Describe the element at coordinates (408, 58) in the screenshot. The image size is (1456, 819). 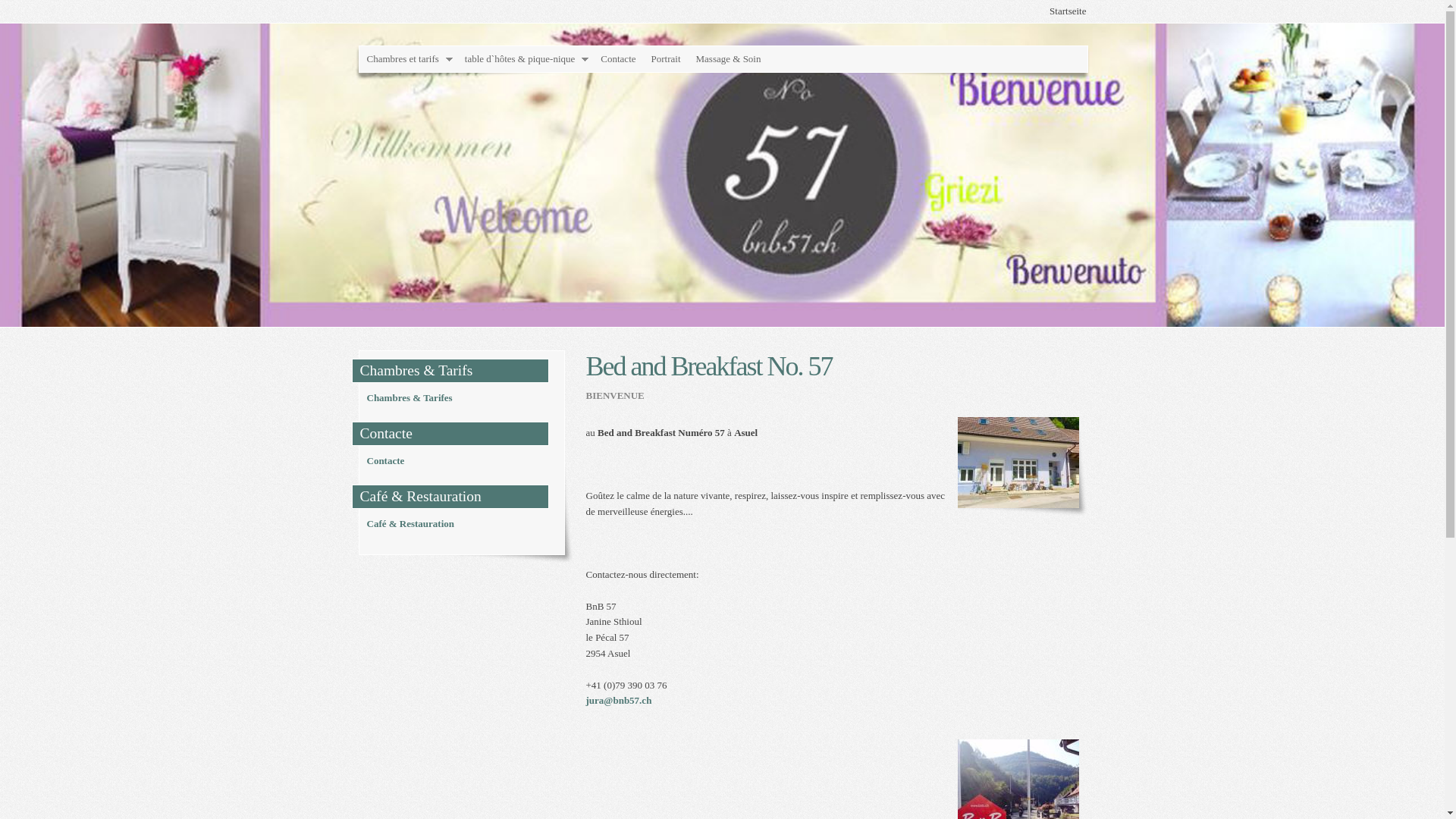
I see `'Chambres et tarifs'` at that location.